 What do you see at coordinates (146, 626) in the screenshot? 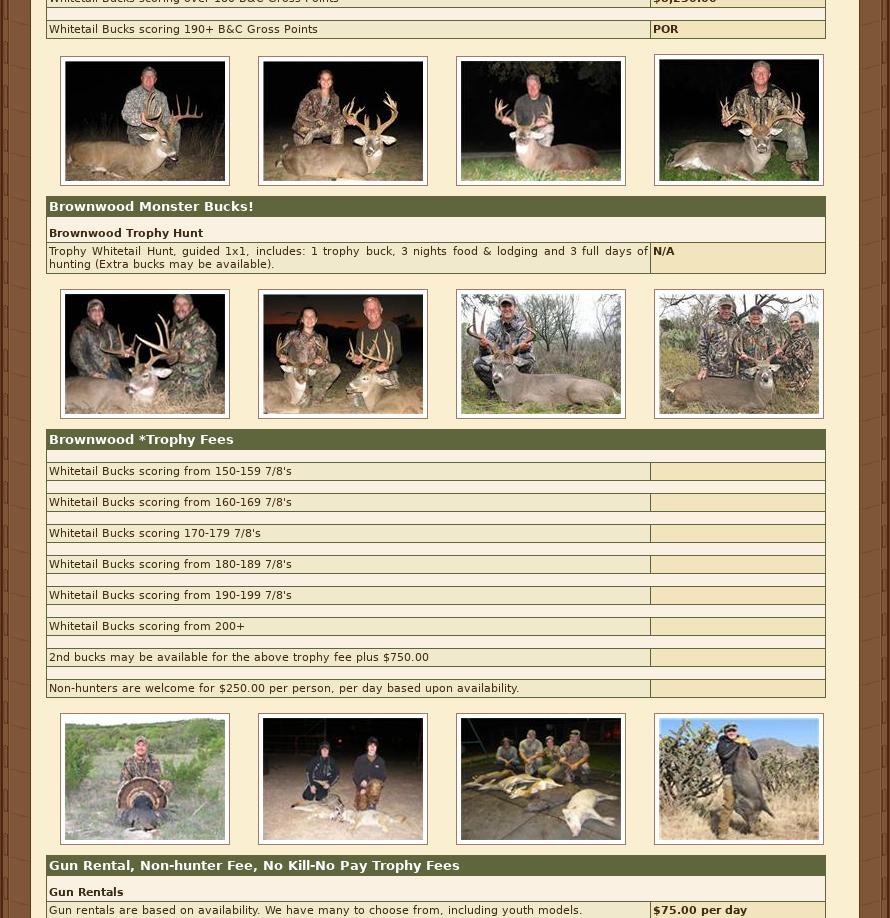
I see `'Whitetail Bucks scoring from 200+'` at bounding box center [146, 626].